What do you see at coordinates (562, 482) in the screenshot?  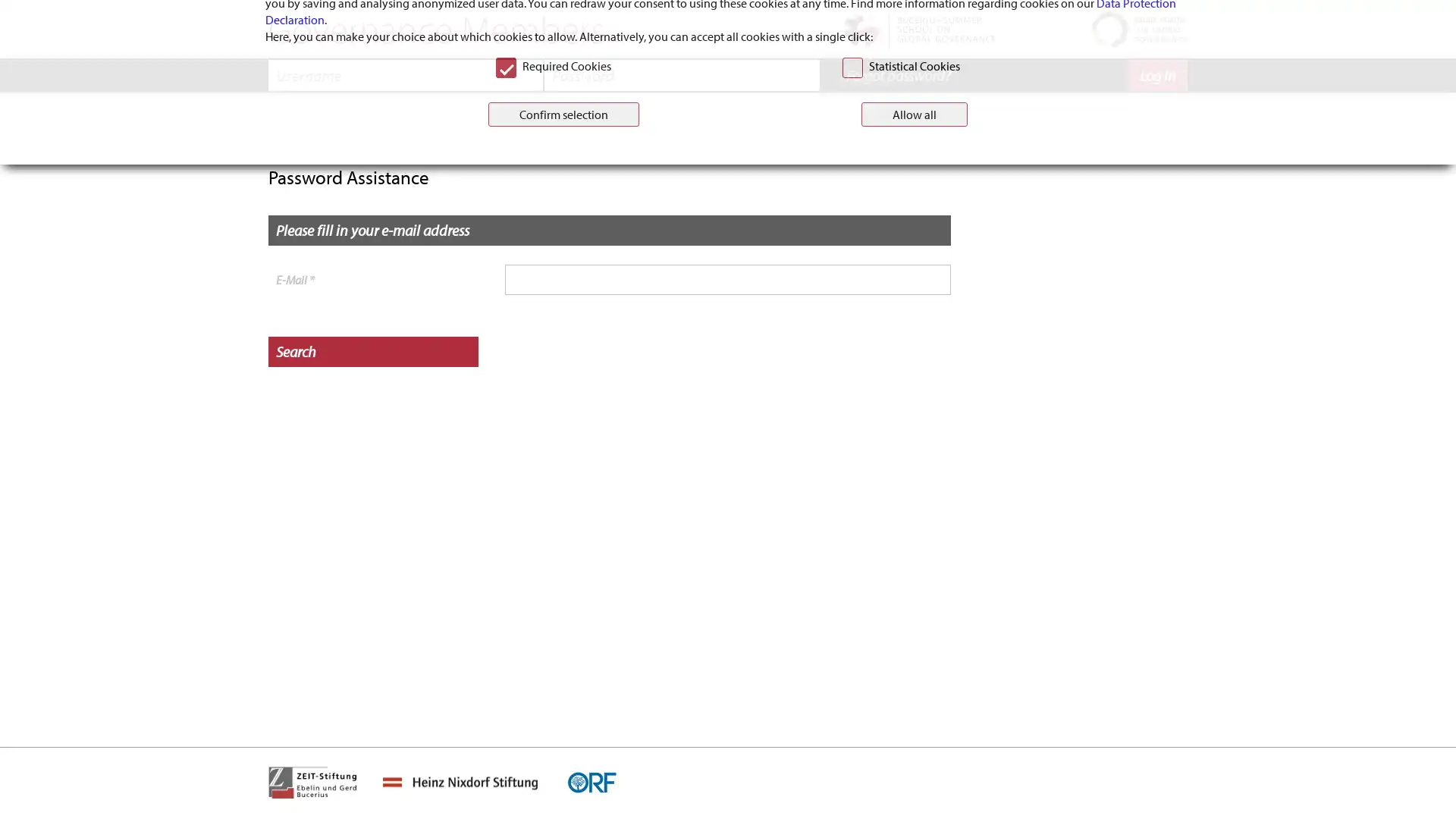 I see `Confirm selection` at bounding box center [562, 482].